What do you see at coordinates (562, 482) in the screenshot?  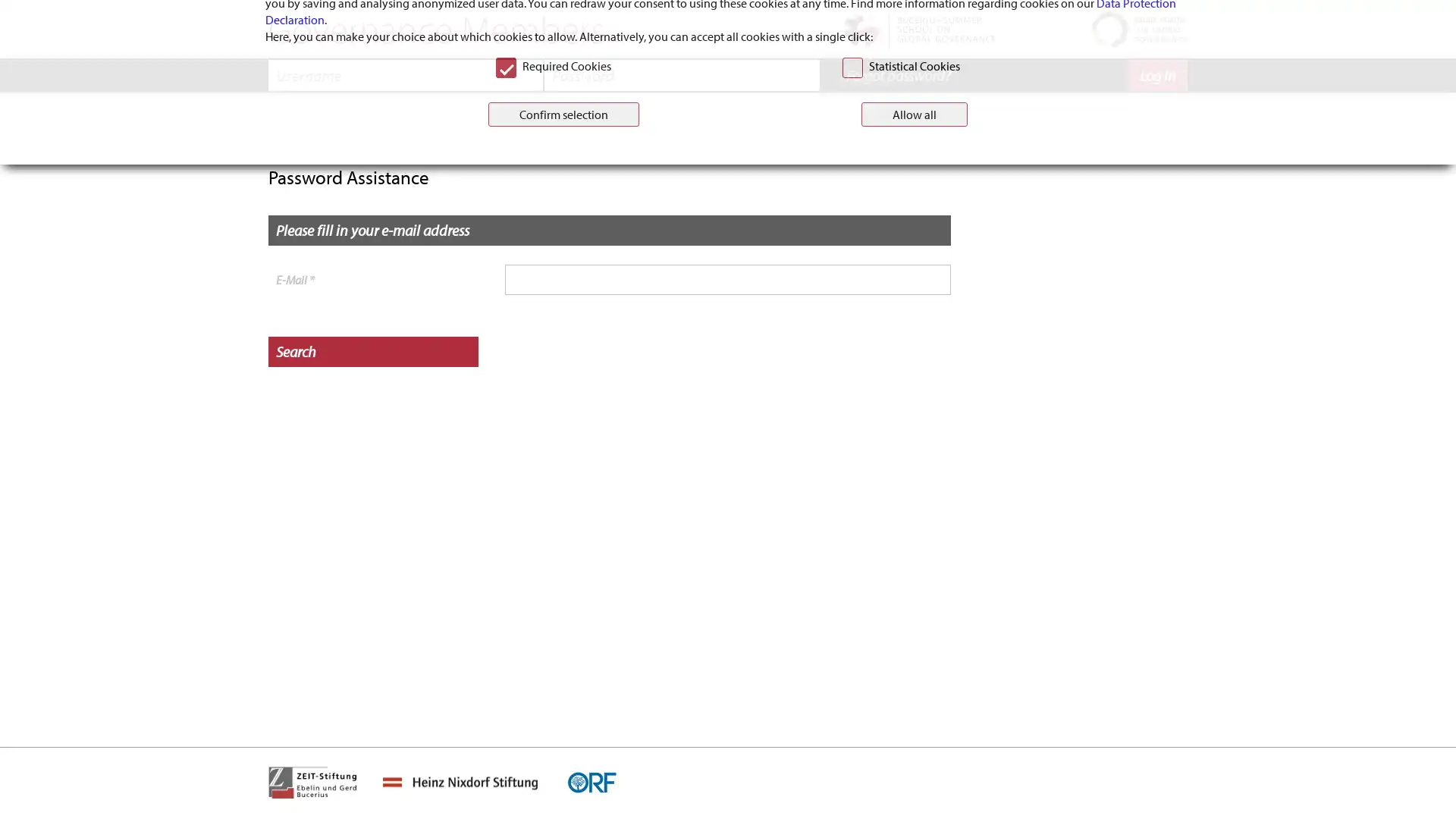 I see `Confirm selection` at bounding box center [562, 482].